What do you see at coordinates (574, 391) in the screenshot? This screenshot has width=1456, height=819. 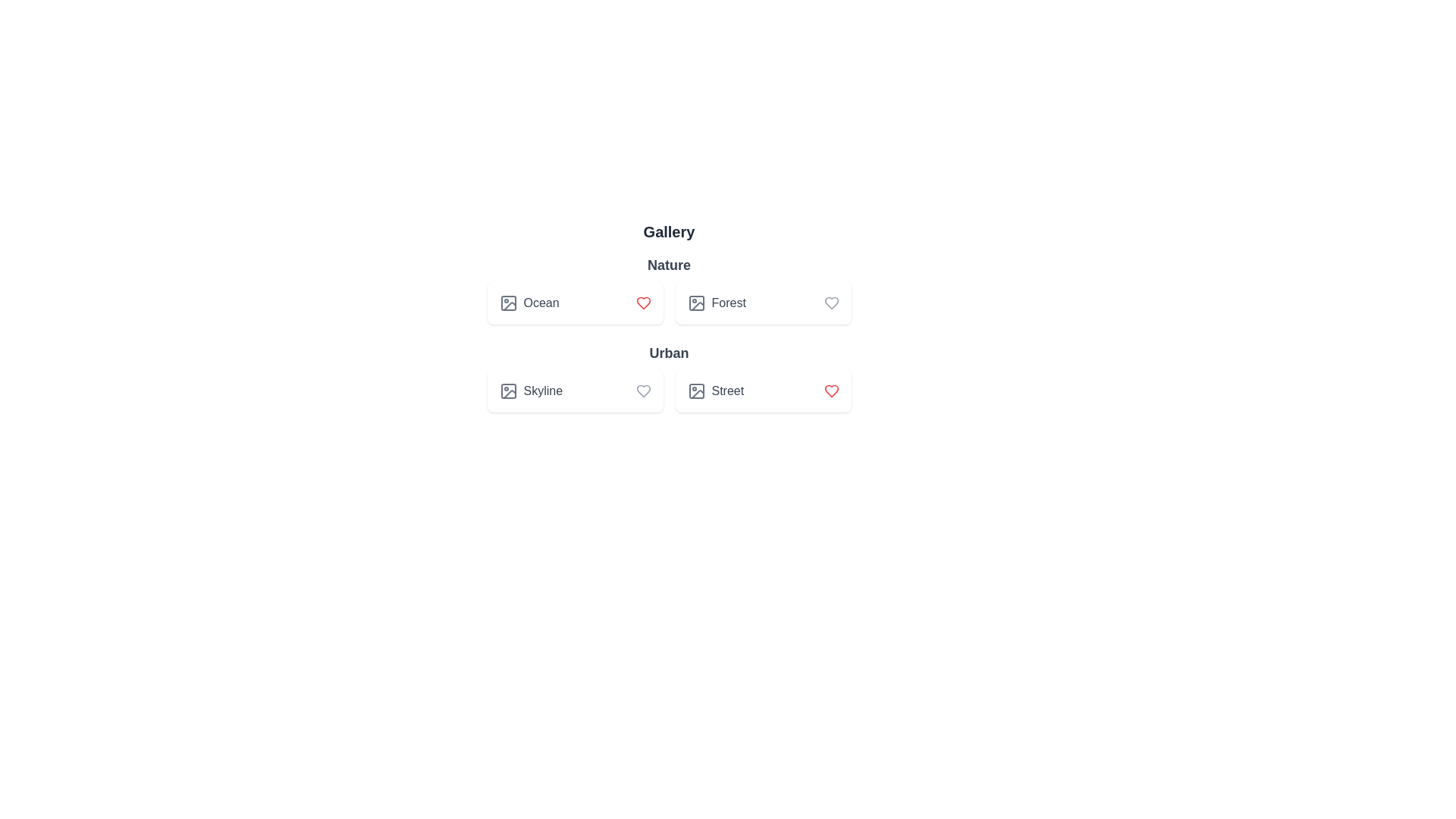 I see `the list item labeled Skyline` at bounding box center [574, 391].